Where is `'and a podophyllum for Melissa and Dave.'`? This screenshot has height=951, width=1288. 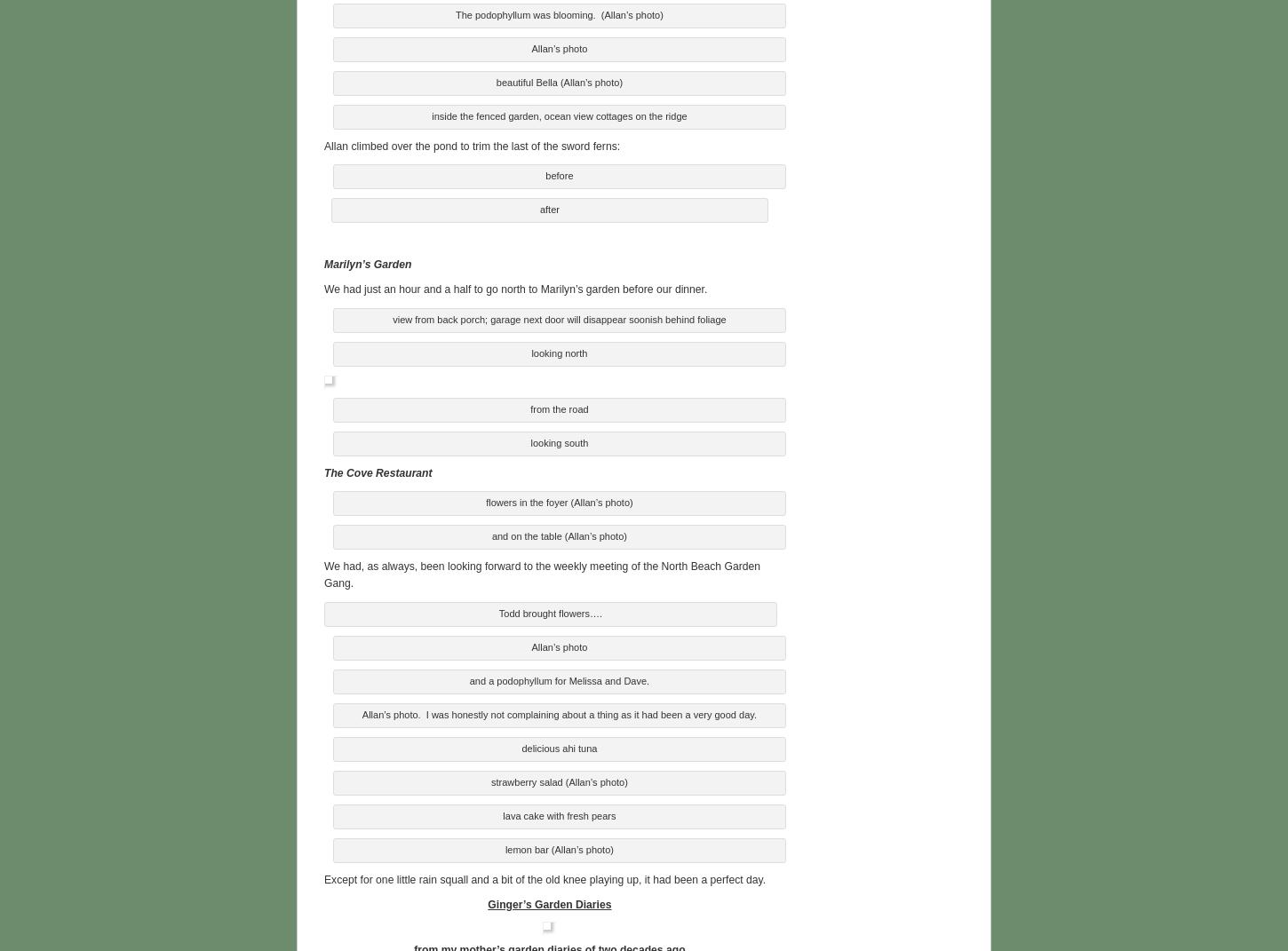 'and a podophyllum for Melissa and Dave.' is located at coordinates (468, 678).